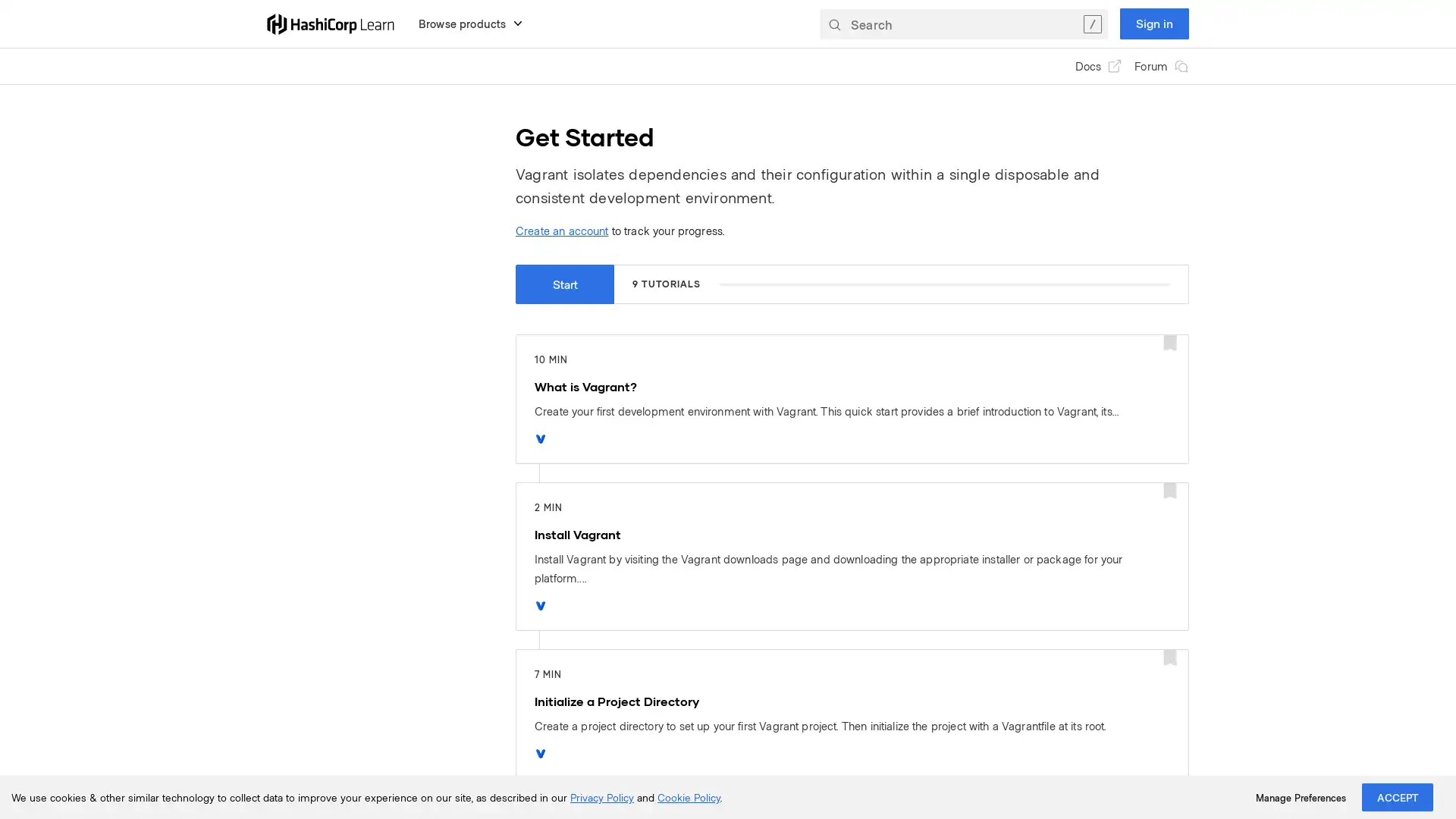 This screenshot has width=1456, height=819. I want to click on Add bookmark for: What is Vagrant?, so click(1169, 344).